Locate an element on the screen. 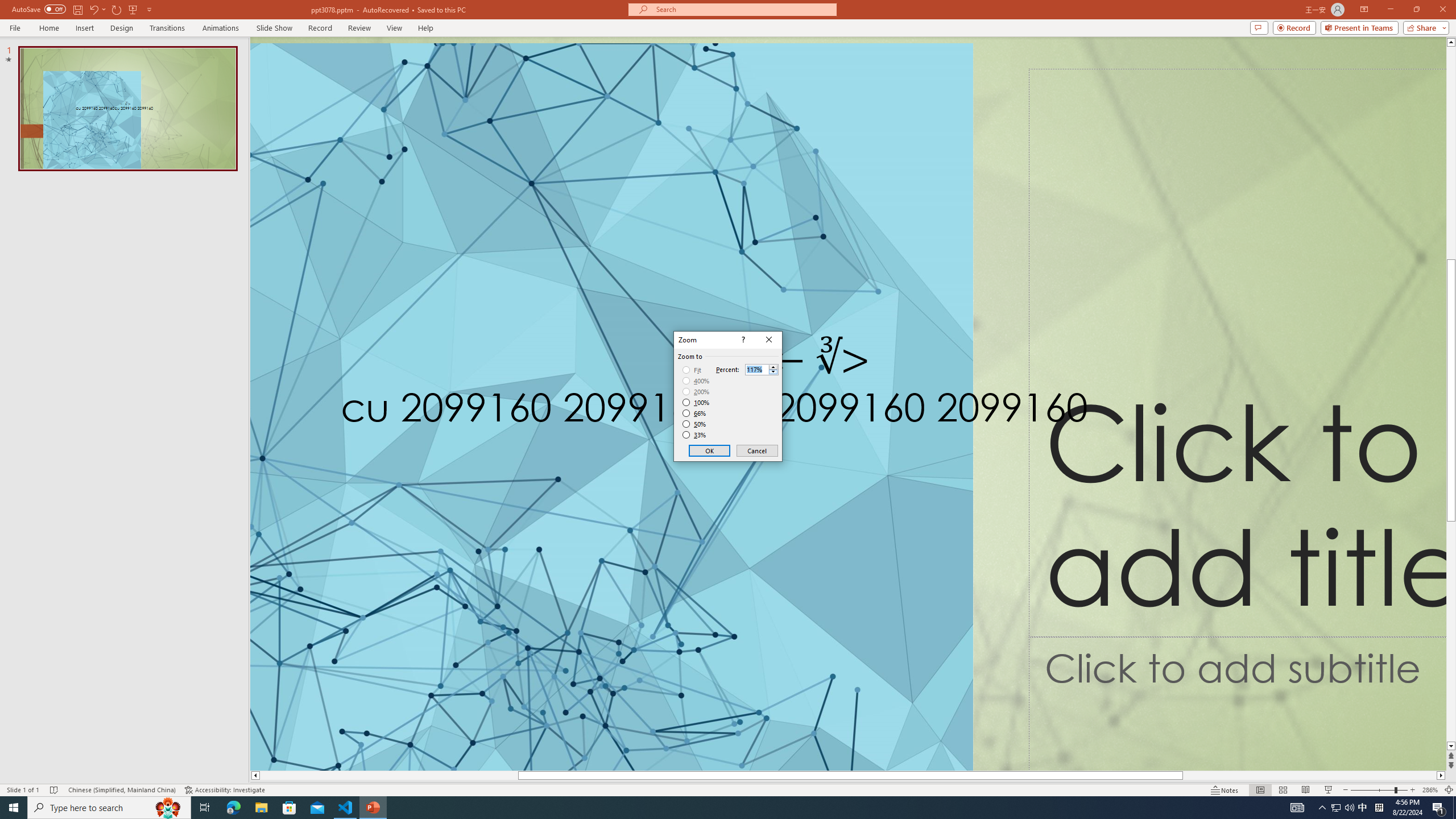  'Fit' is located at coordinates (692, 370).